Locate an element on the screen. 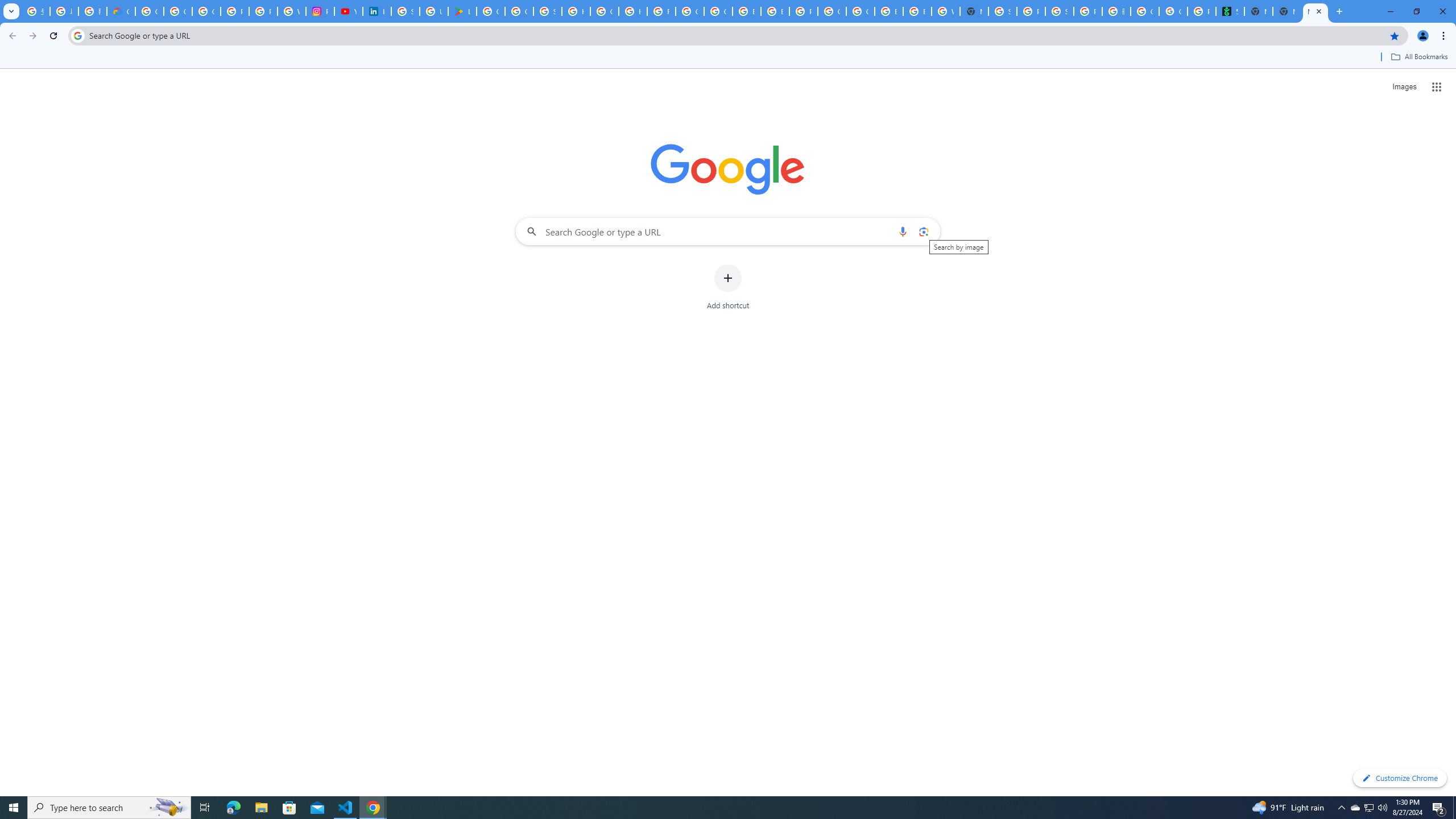 The height and width of the screenshot is (819, 1456). 'Google Workspace - Specific Terms' is located at coordinates (519, 11).